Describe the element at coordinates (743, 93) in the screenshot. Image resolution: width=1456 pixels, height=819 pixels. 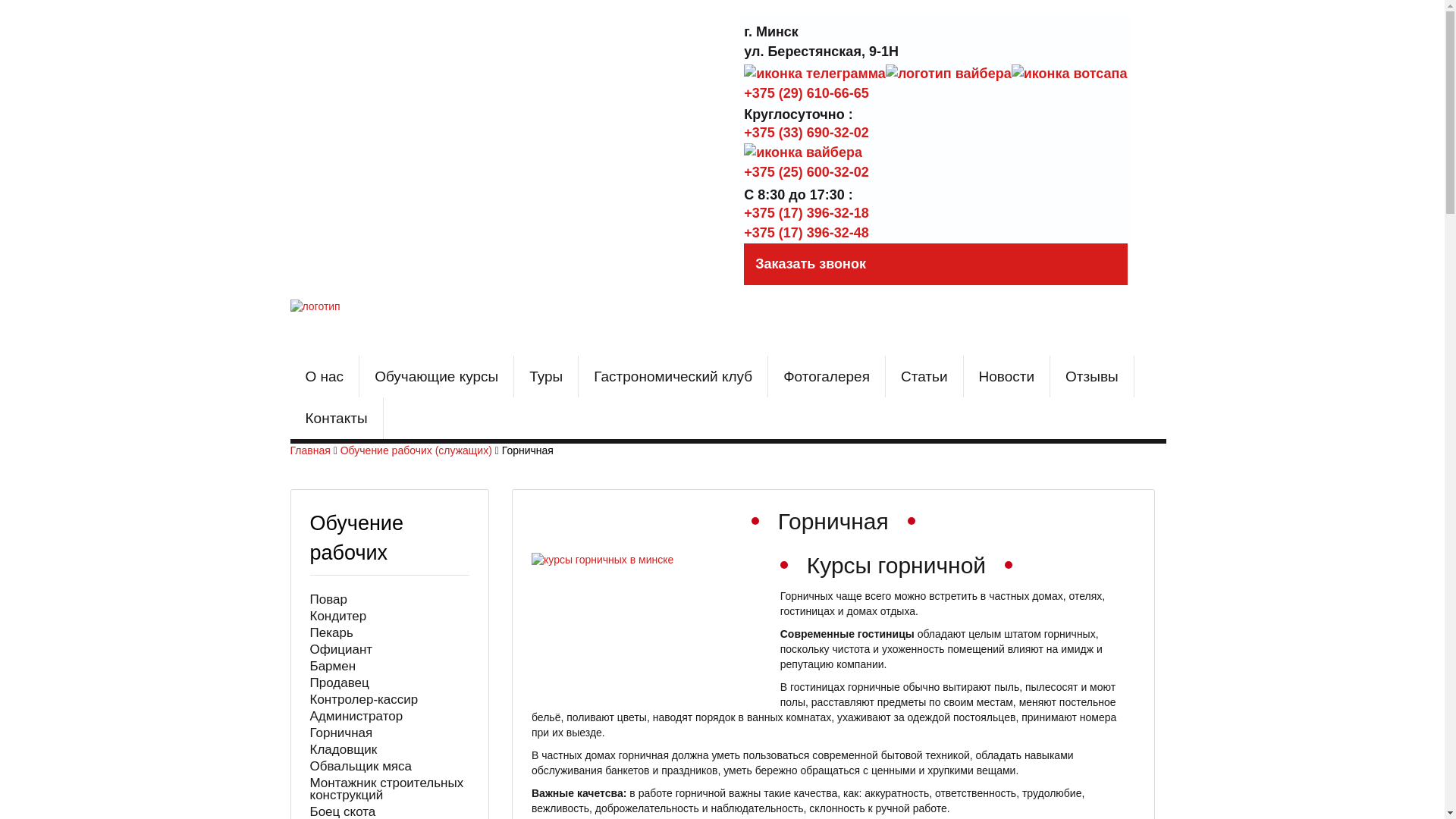
I see `'+375 (29) 610-66-65'` at that location.